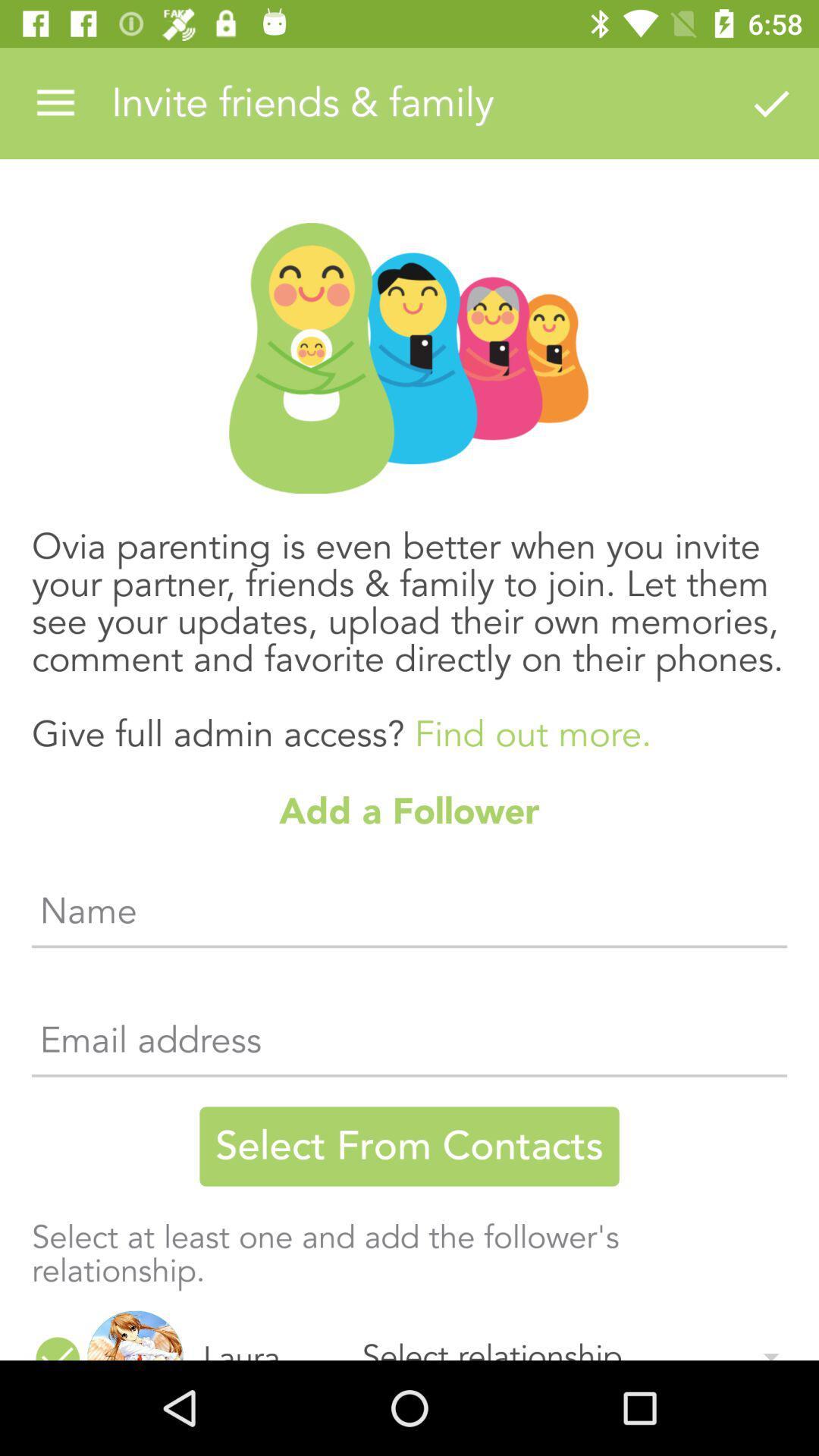  Describe the element at coordinates (771, 102) in the screenshot. I see `item above the ovia parenting is item` at that location.